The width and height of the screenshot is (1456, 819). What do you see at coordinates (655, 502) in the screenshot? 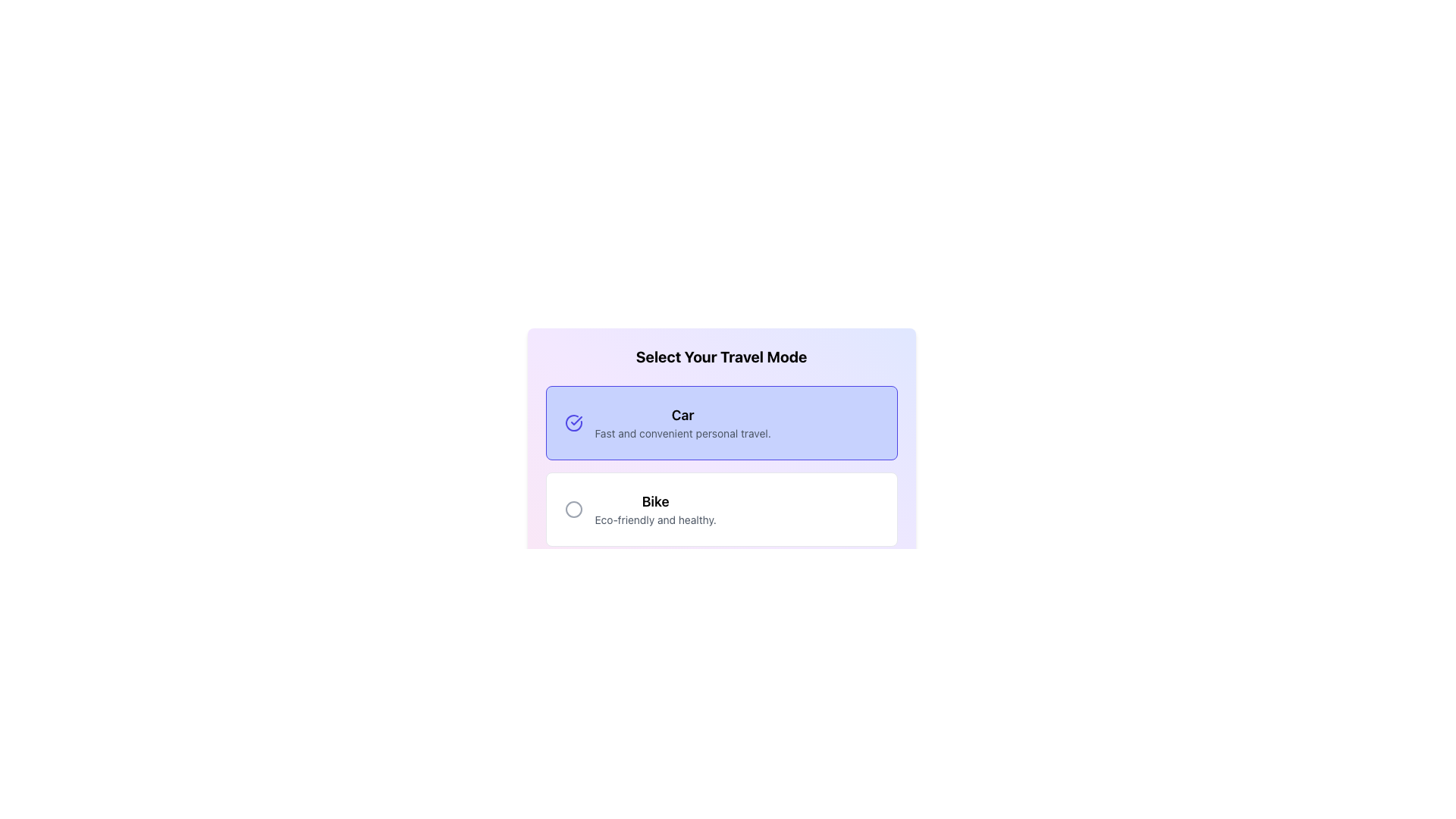
I see `bold text label 'Bike' located within the selection box under the header 'Select Your Travel Mode', positioned above the descriptive text 'Eco-friendly and healthy'` at bounding box center [655, 502].